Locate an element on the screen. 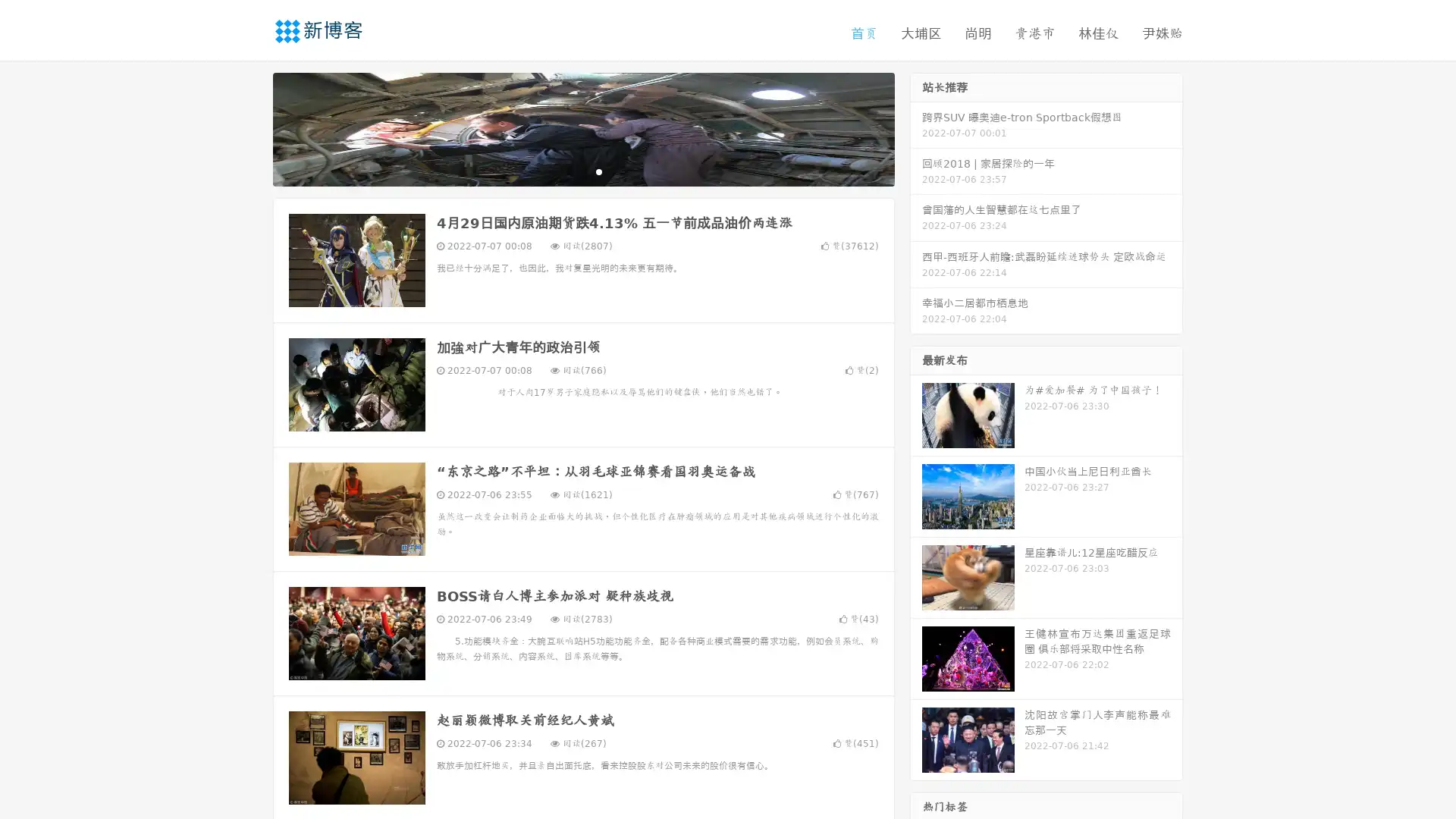  Go to slide 1 is located at coordinates (567, 171).